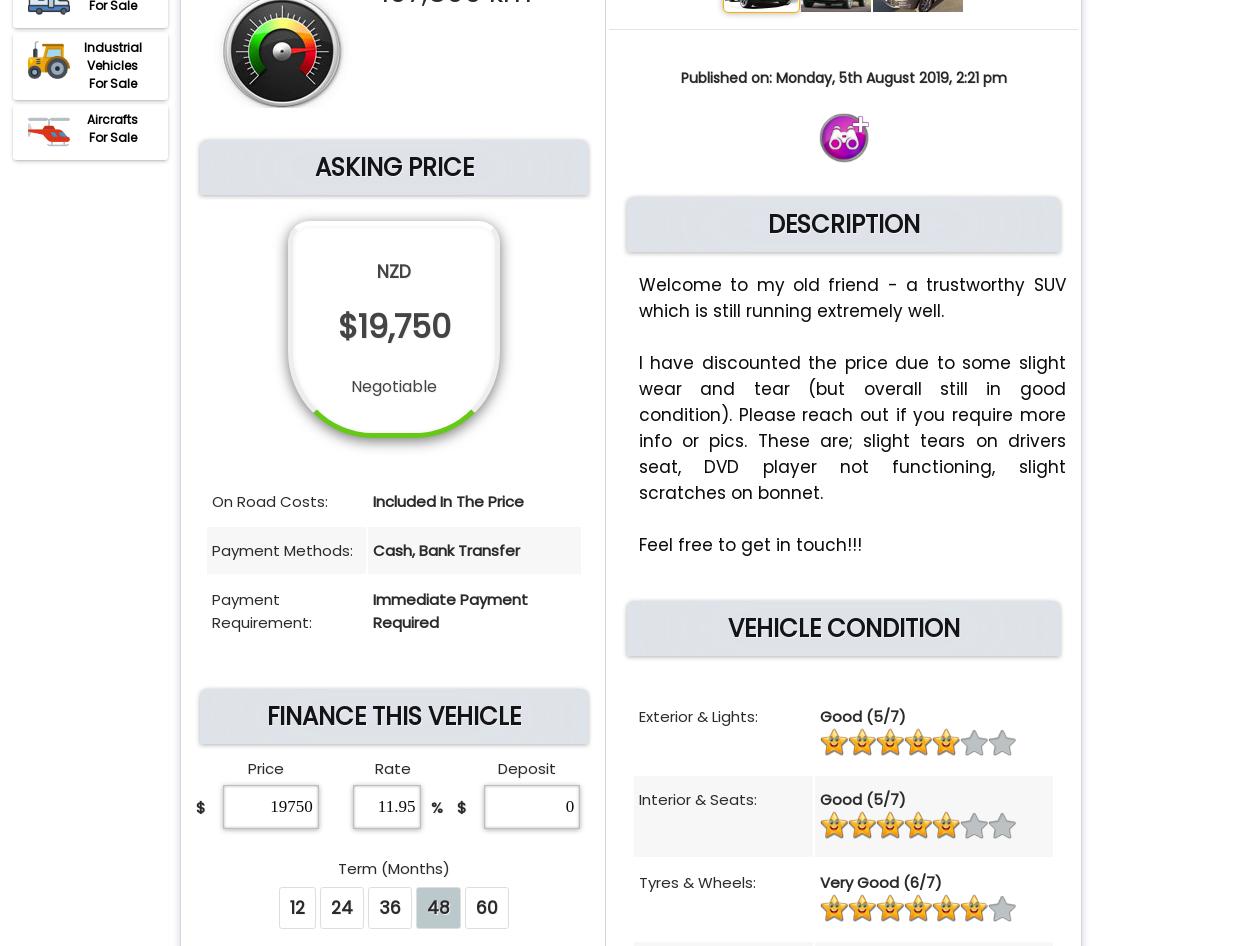 The width and height of the screenshot is (1260, 946). I want to click on 'Negotiable', so click(394, 386).